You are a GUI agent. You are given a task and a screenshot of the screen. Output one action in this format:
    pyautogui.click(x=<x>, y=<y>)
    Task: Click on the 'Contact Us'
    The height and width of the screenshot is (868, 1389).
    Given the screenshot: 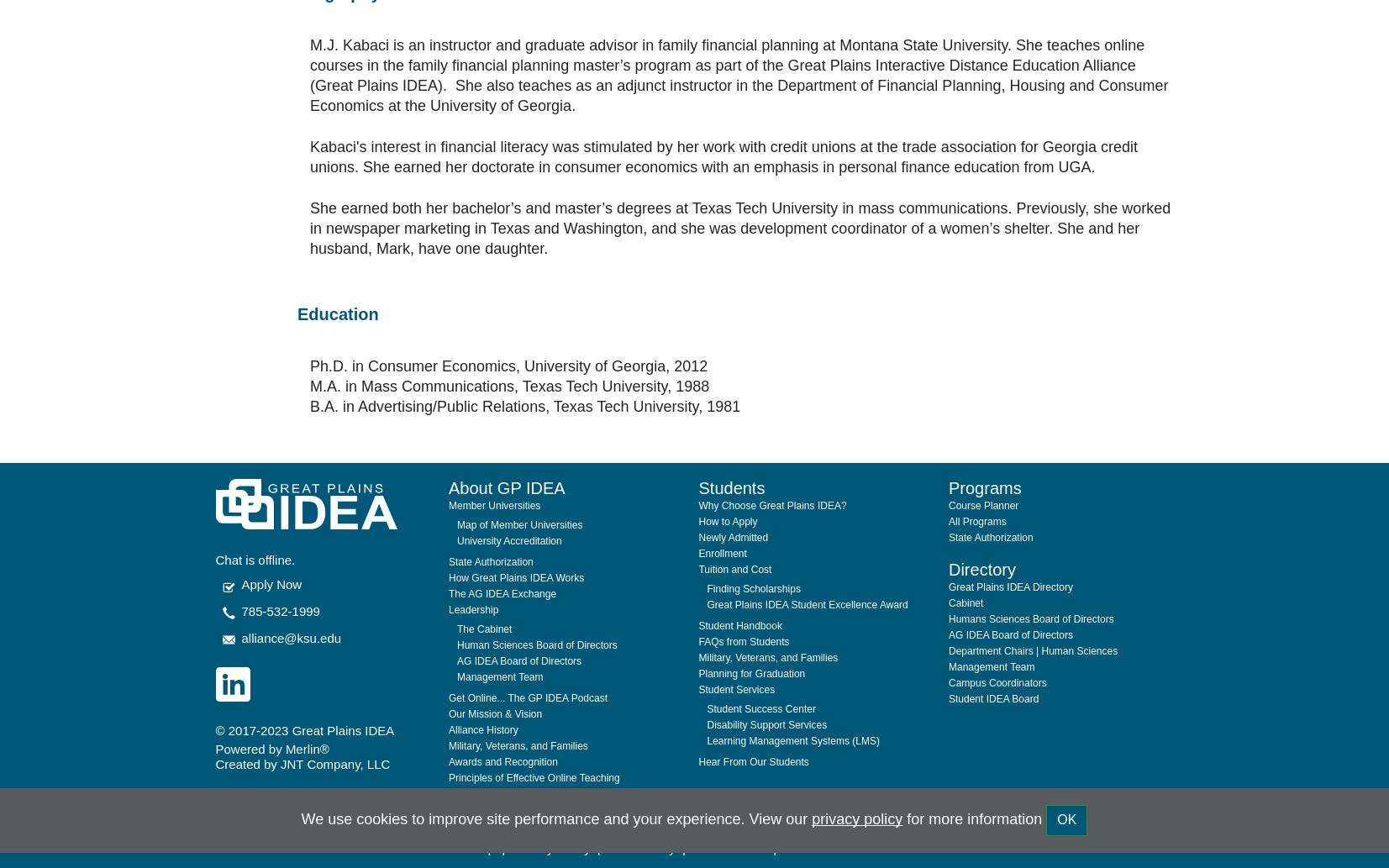 What is the action you would take?
    pyautogui.click(x=782, y=806)
    